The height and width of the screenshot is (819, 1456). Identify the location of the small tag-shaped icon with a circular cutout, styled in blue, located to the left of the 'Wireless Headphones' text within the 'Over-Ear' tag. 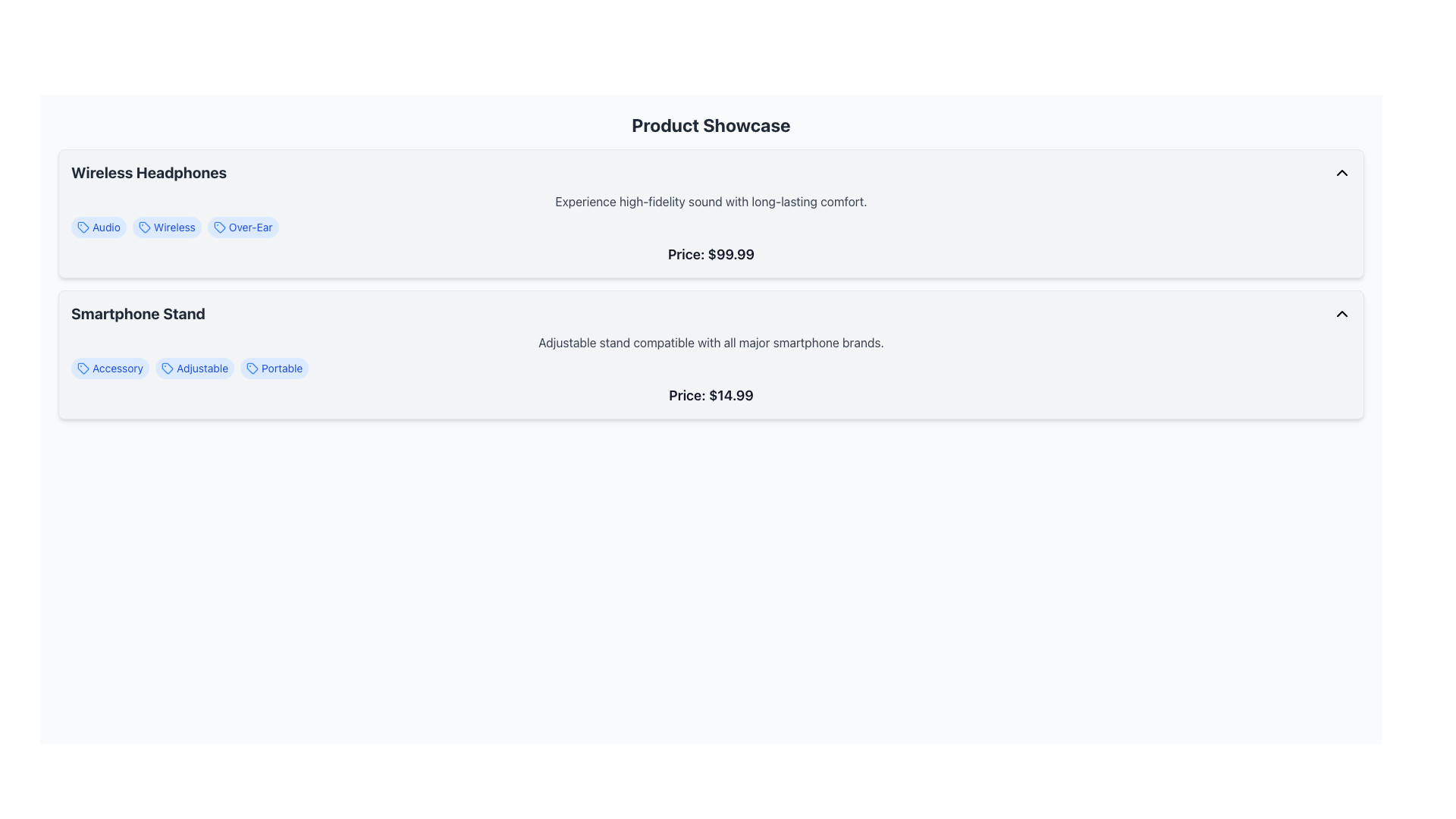
(218, 227).